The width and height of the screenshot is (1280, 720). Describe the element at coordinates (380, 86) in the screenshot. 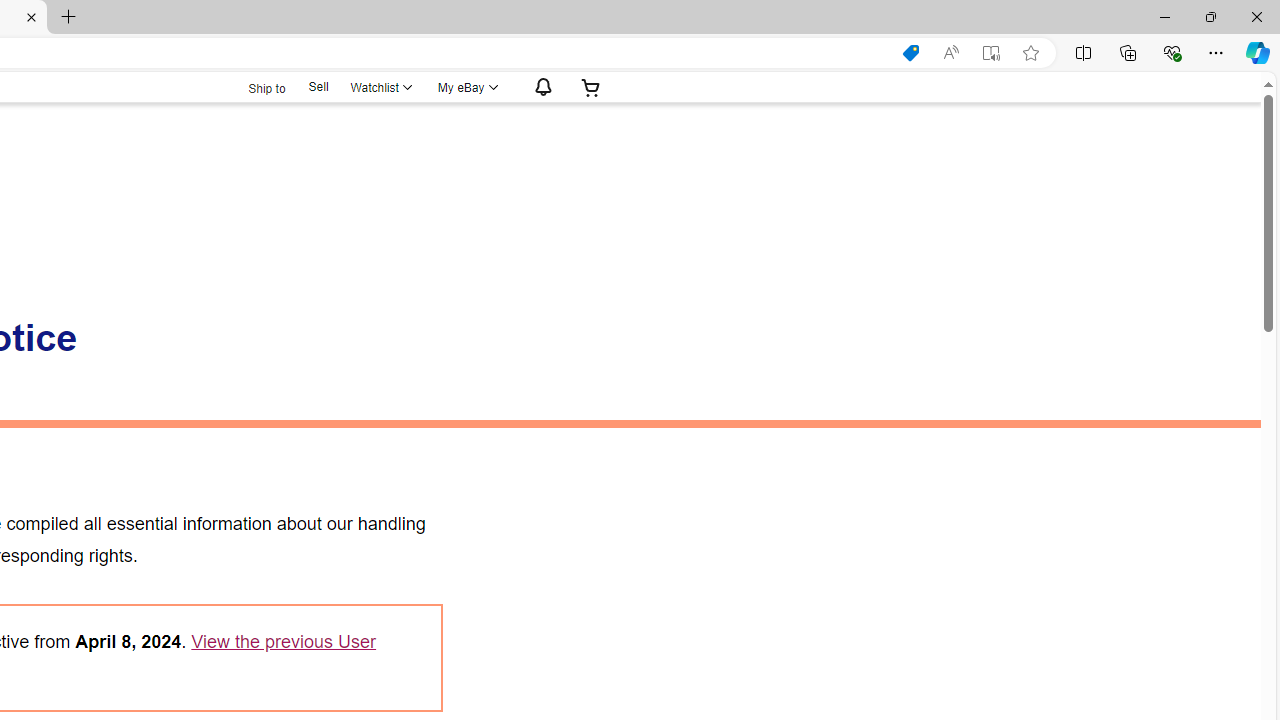

I see `'Watchlist'` at that location.